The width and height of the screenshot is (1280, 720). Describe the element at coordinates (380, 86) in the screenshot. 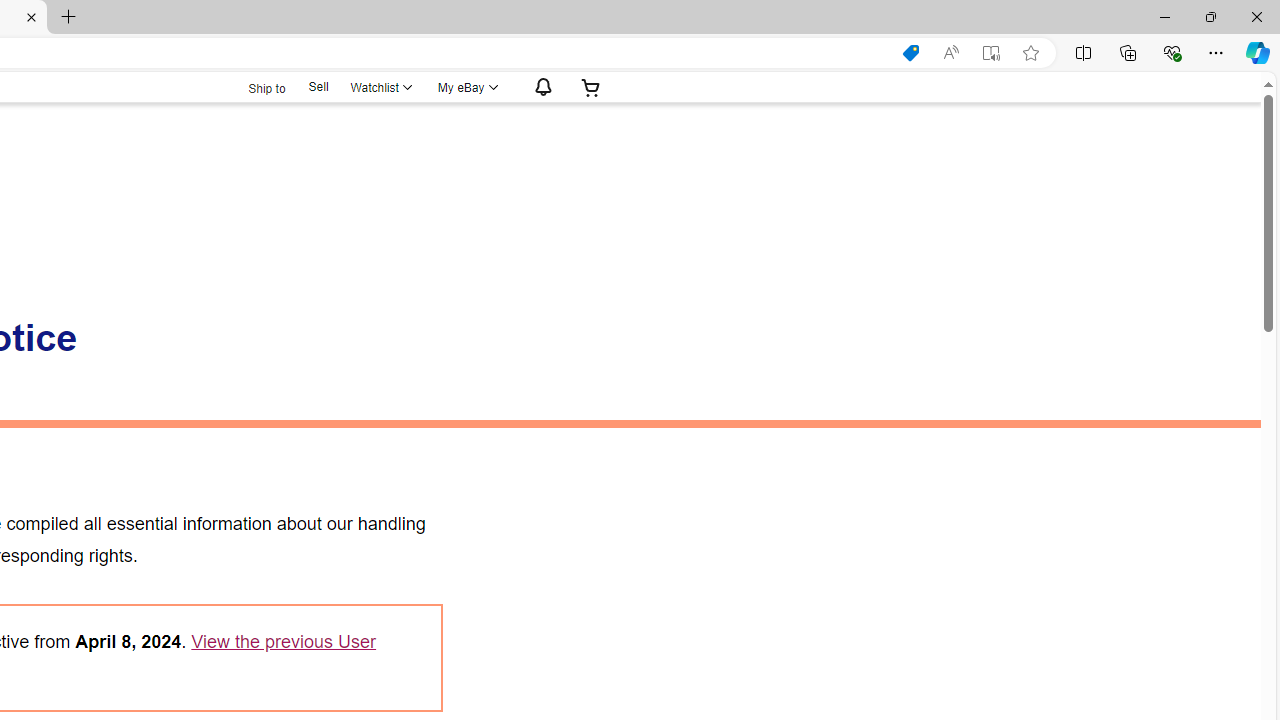

I see `'Watchlist'` at that location.